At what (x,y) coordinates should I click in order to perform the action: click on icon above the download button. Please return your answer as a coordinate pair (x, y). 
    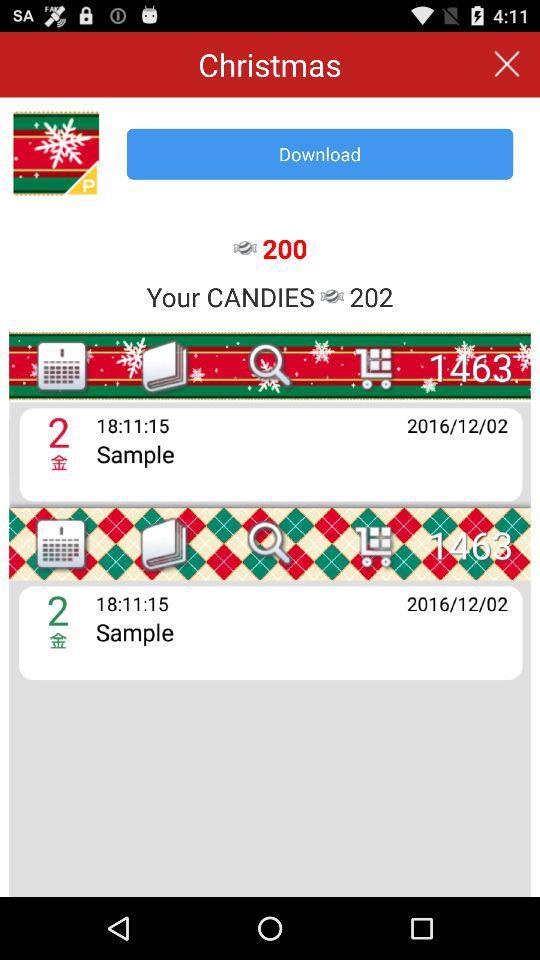
    Looking at the image, I should click on (507, 64).